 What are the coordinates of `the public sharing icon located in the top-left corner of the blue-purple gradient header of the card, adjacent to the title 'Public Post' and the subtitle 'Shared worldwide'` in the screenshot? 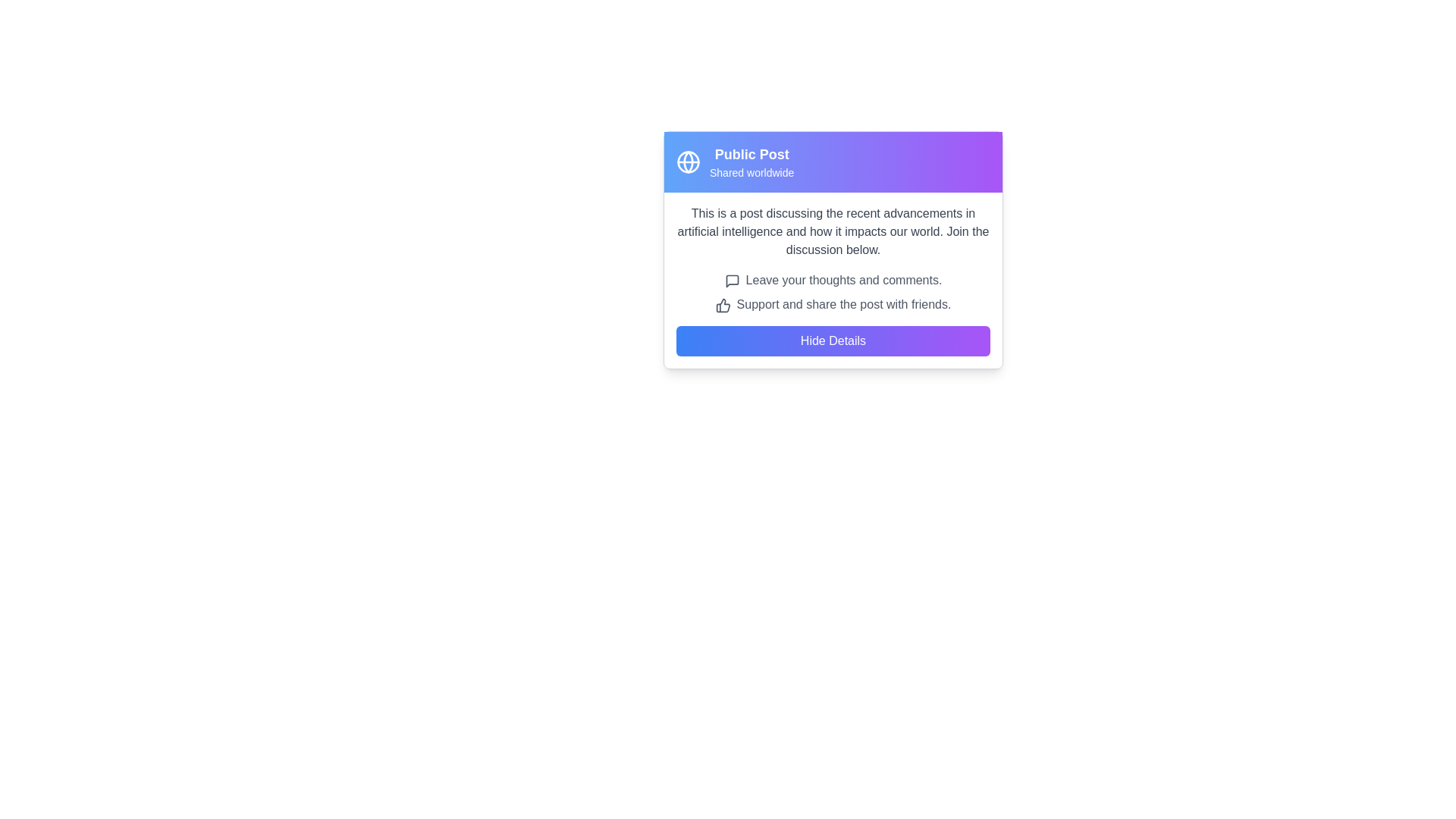 It's located at (687, 162).